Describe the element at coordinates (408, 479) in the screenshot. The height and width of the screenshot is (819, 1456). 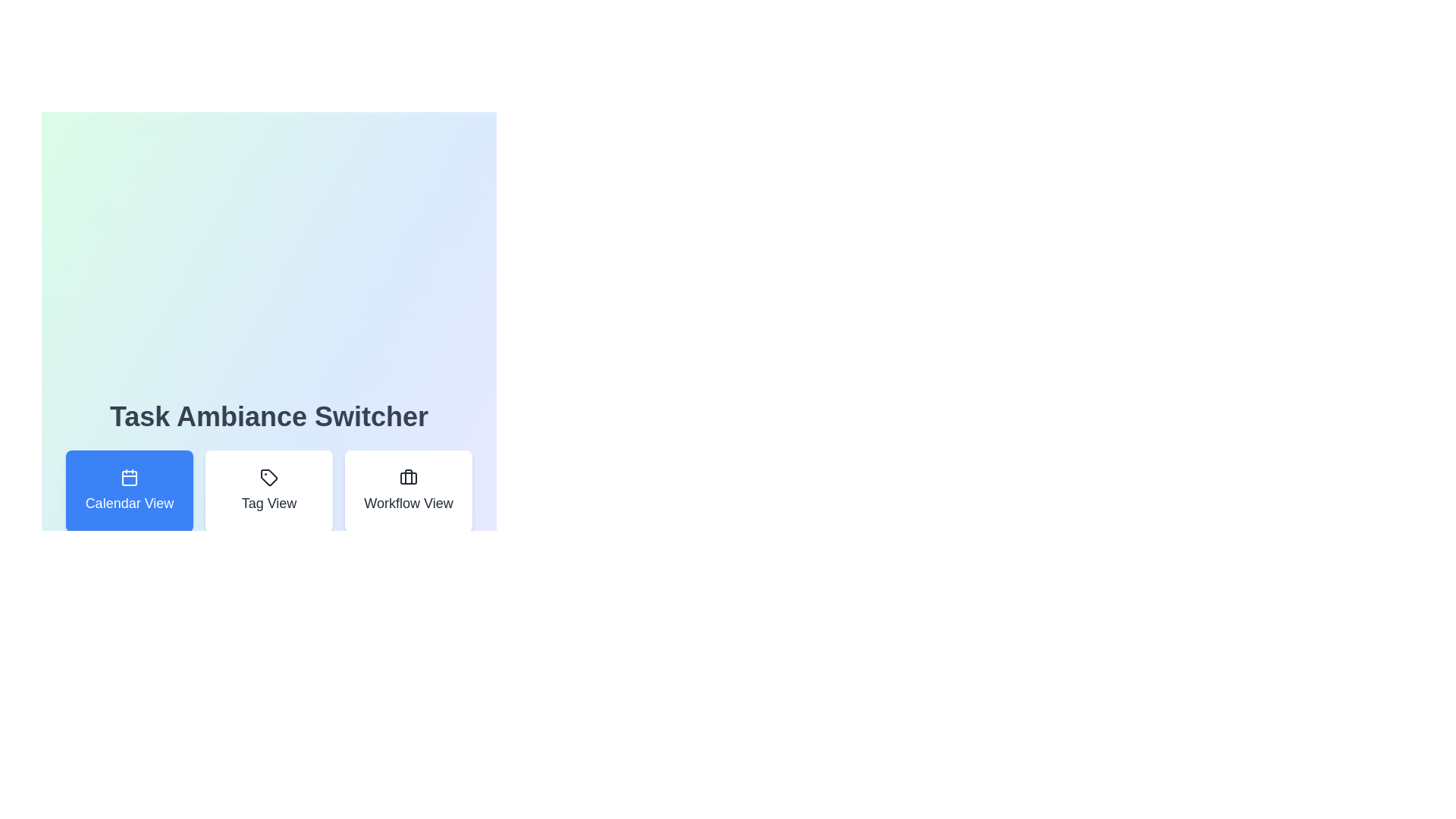
I see `the rectangular body portion of the SVG briefcase icon located within the 'Workflow View' button` at that location.